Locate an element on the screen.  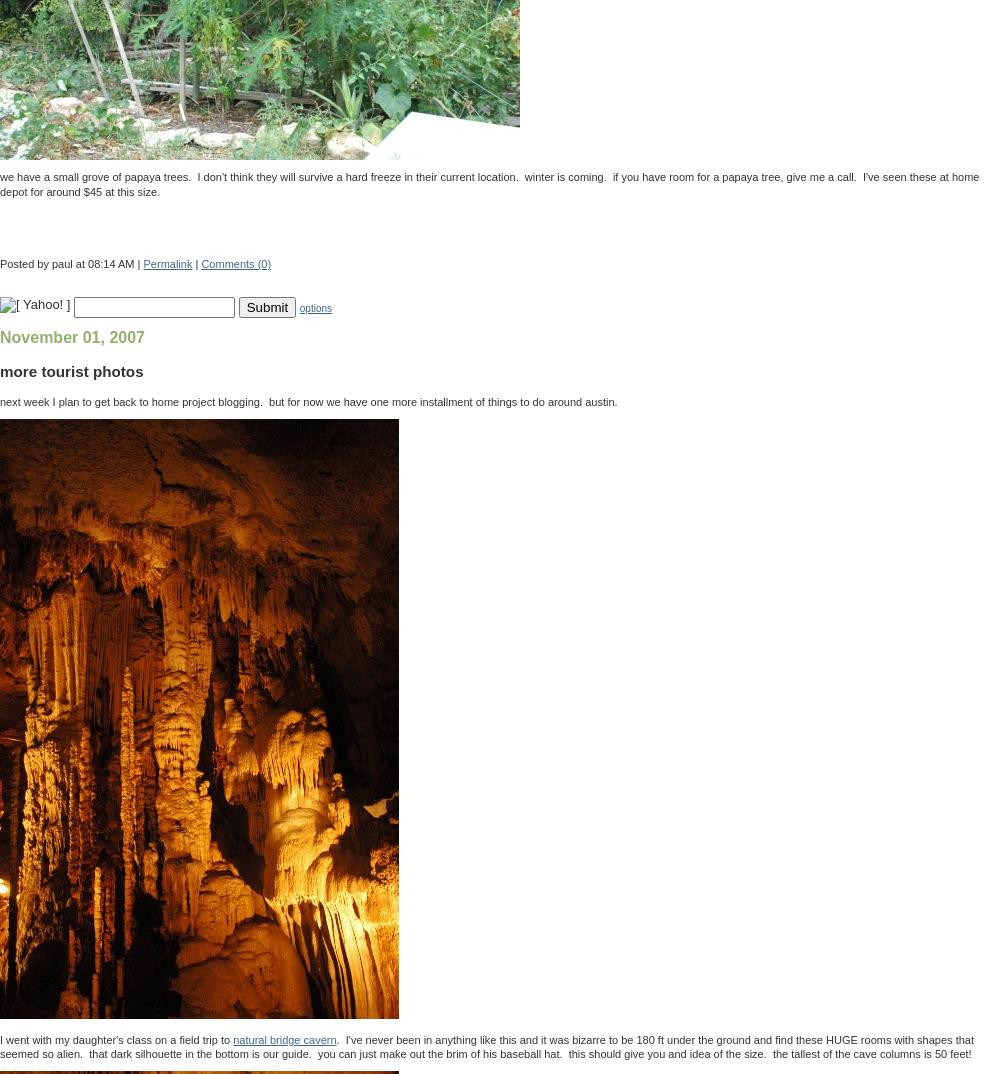
'options' is located at coordinates (314, 307).